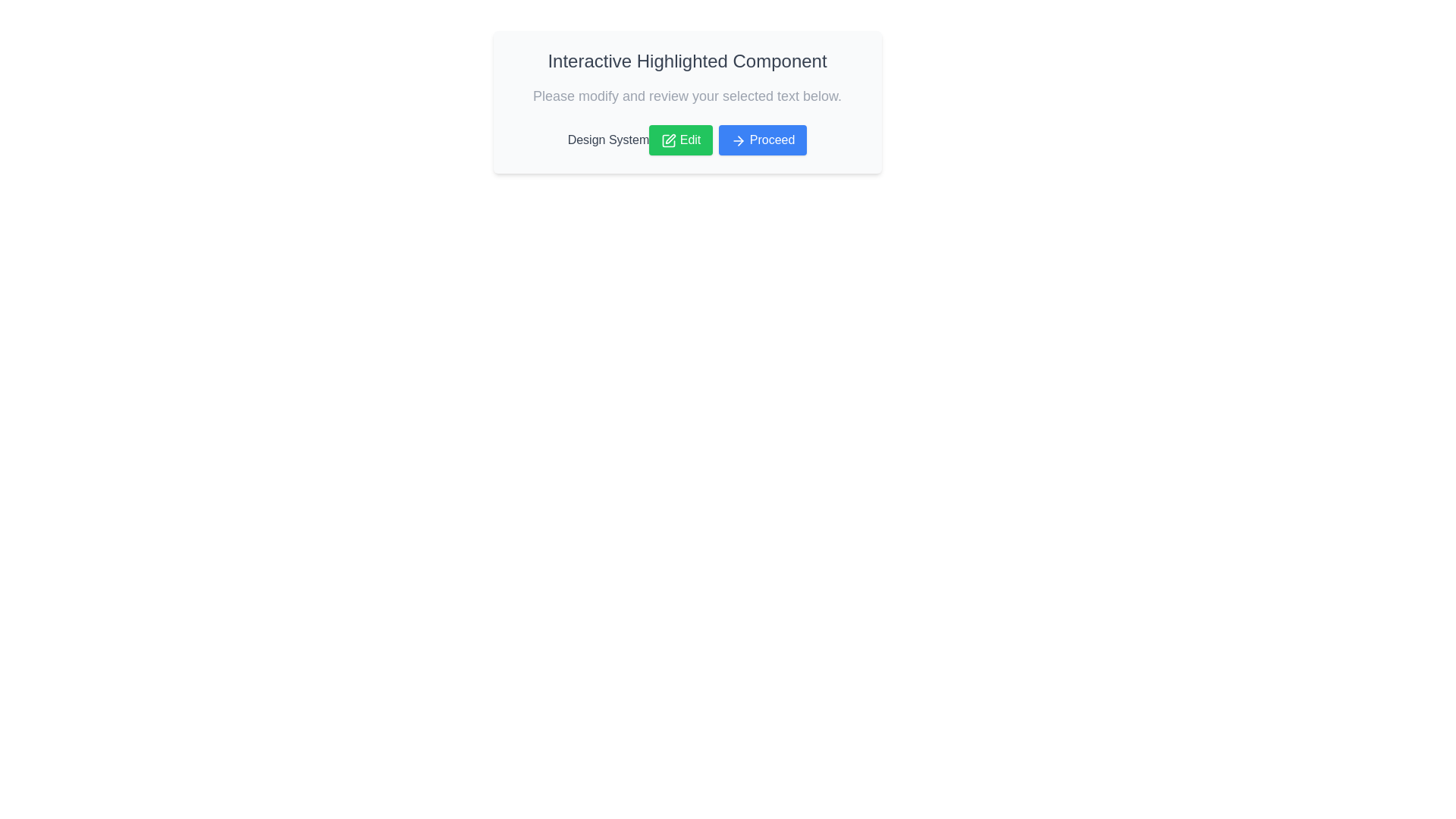  Describe the element at coordinates (608, 140) in the screenshot. I see `the static text element displaying 'Design System', which is located below the heading and subheading in the center panel, to the left of the 'Edit' and 'Proceed' buttons` at that location.